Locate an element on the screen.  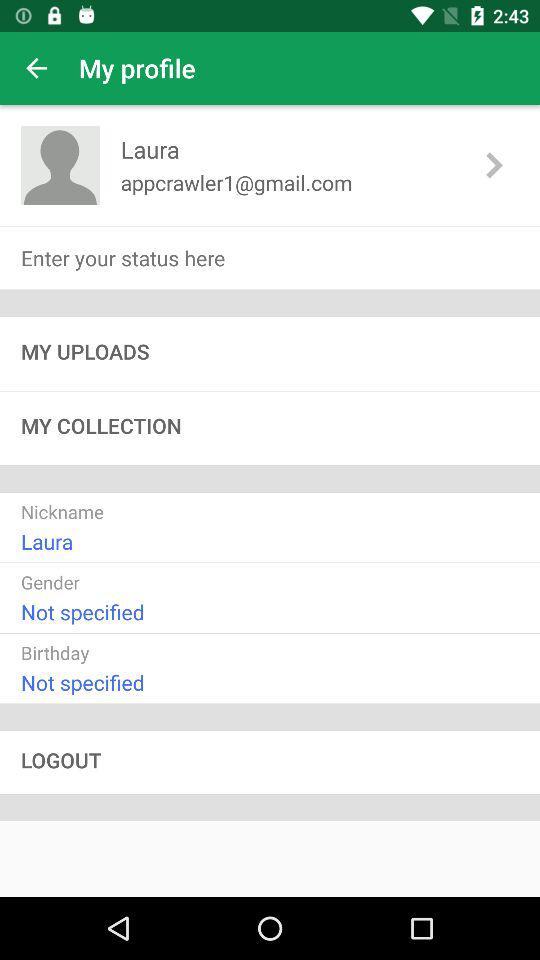
the avatar icon is located at coordinates (60, 164).